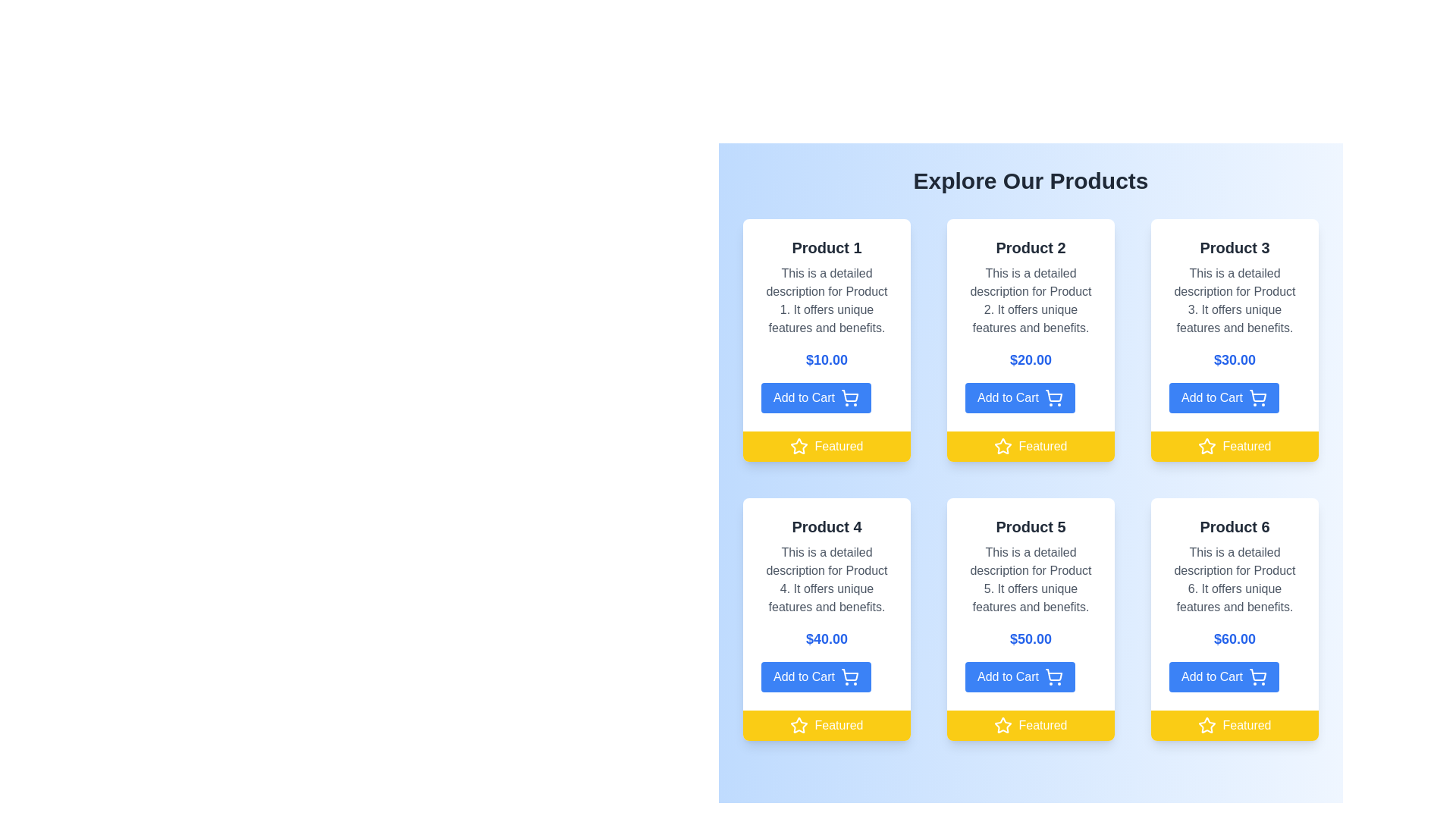 This screenshot has height=819, width=1456. I want to click on the decorative shopping cart icon located on the rightmost side of the blue 'Add to Cart' button within the card for 'Product 1' in the product grid, so click(849, 397).